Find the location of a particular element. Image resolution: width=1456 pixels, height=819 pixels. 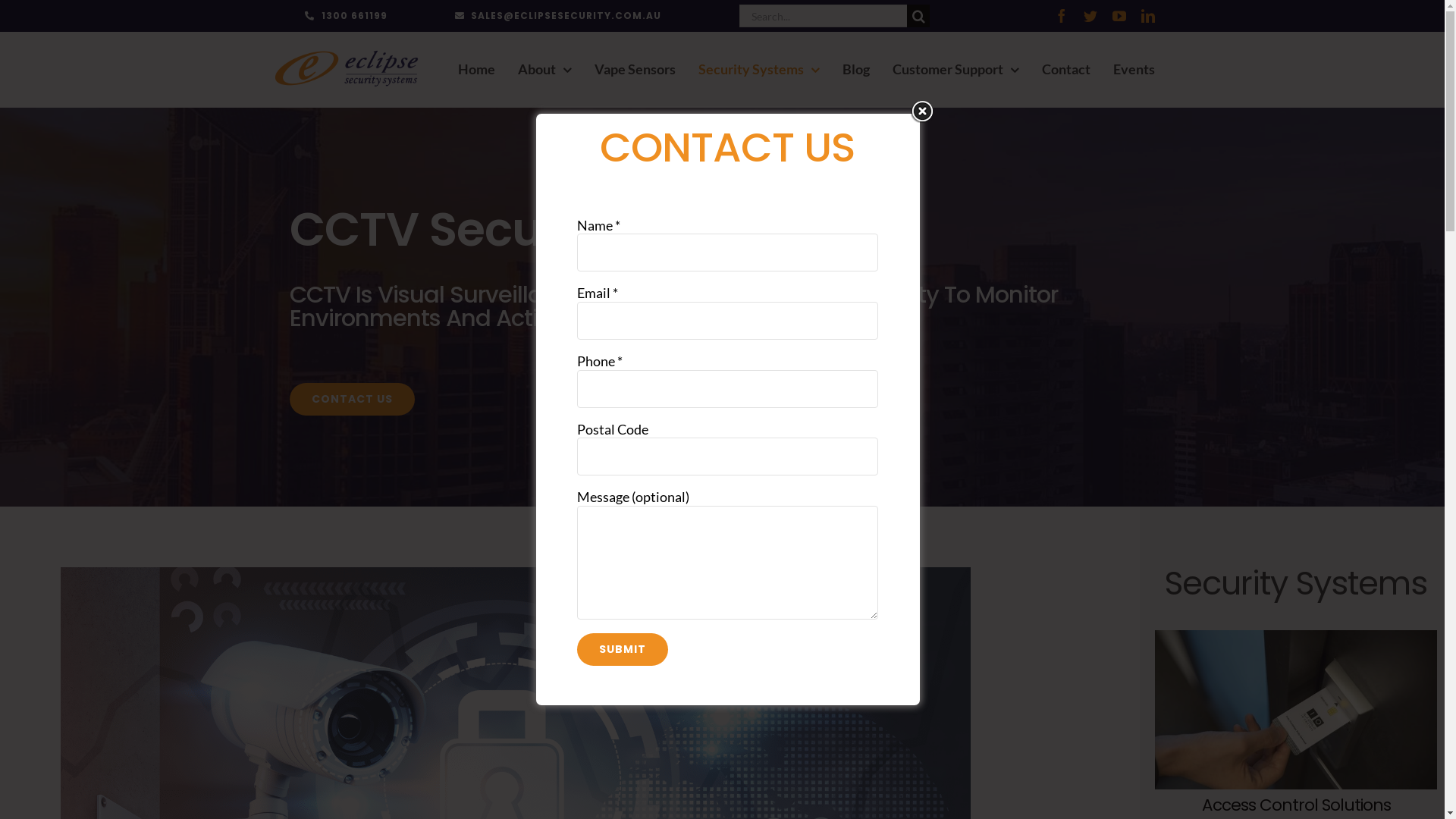

'Close' is located at coordinates (921, 110).